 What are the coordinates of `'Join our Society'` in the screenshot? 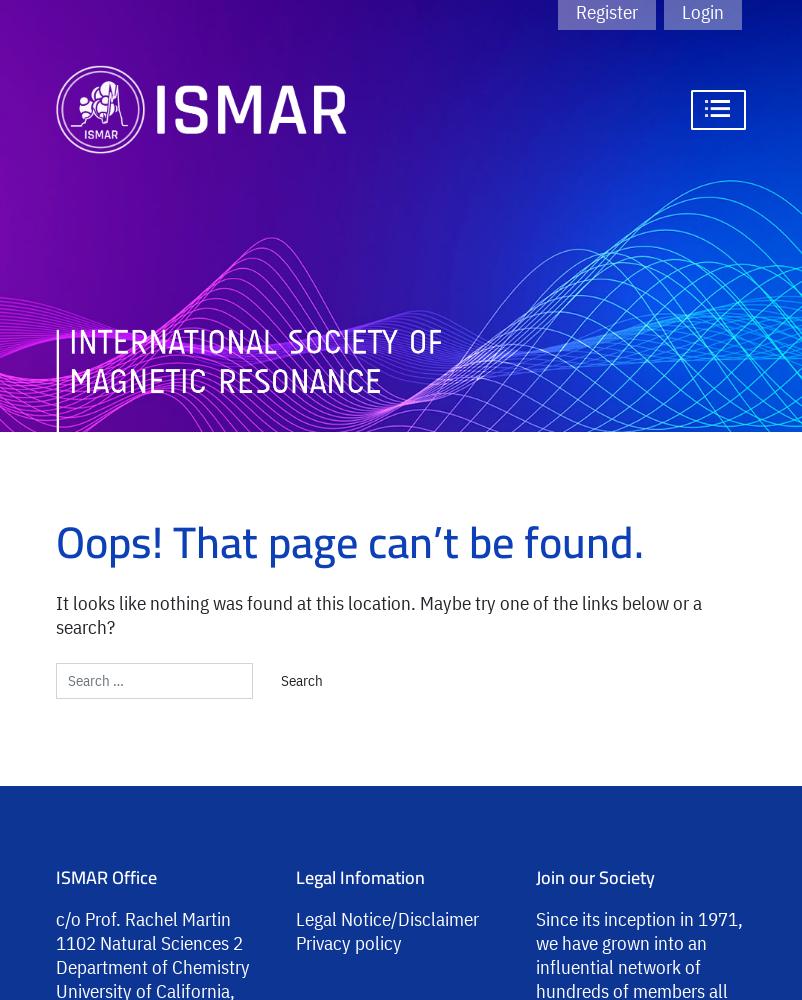 It's located at (534, 876).